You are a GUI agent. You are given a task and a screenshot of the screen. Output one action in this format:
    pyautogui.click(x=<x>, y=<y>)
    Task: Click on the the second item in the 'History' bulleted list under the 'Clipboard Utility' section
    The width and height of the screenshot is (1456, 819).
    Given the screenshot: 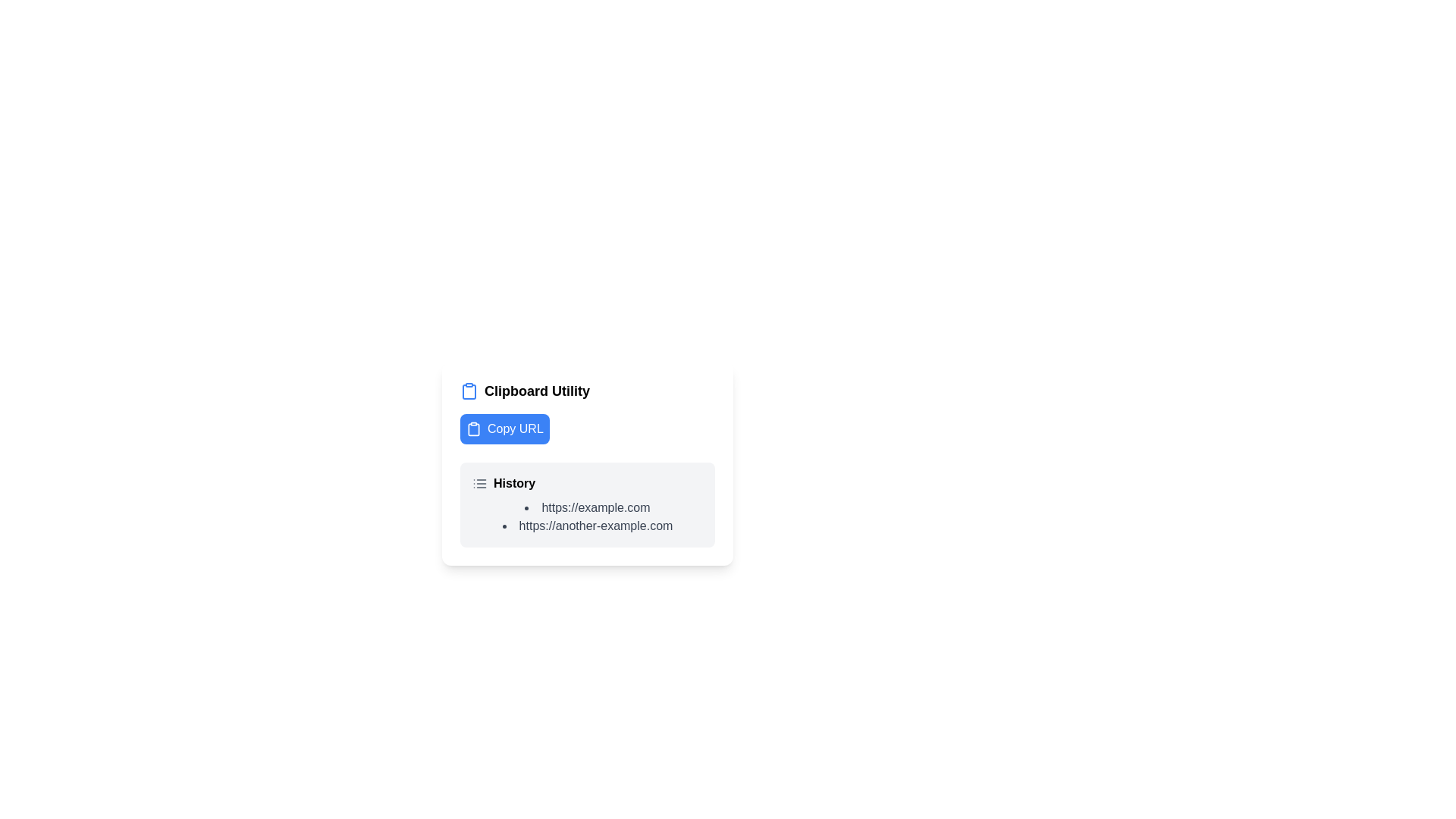 What is the action you would take?
    pyautogui.click(x=586, y=516)
    